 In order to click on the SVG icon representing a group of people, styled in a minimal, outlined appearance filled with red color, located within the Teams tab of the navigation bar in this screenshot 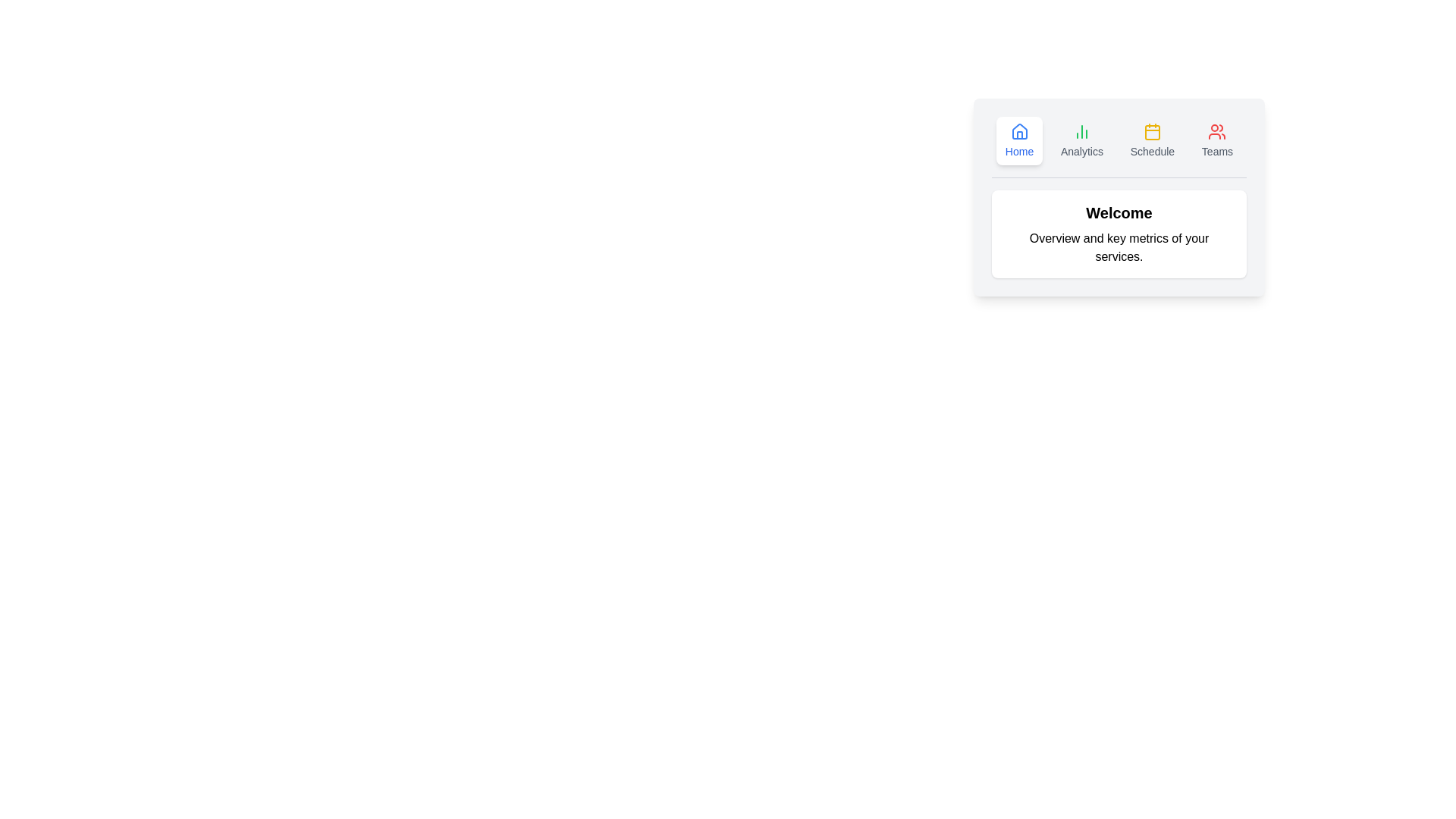, I will do `click(1217, 130)`.